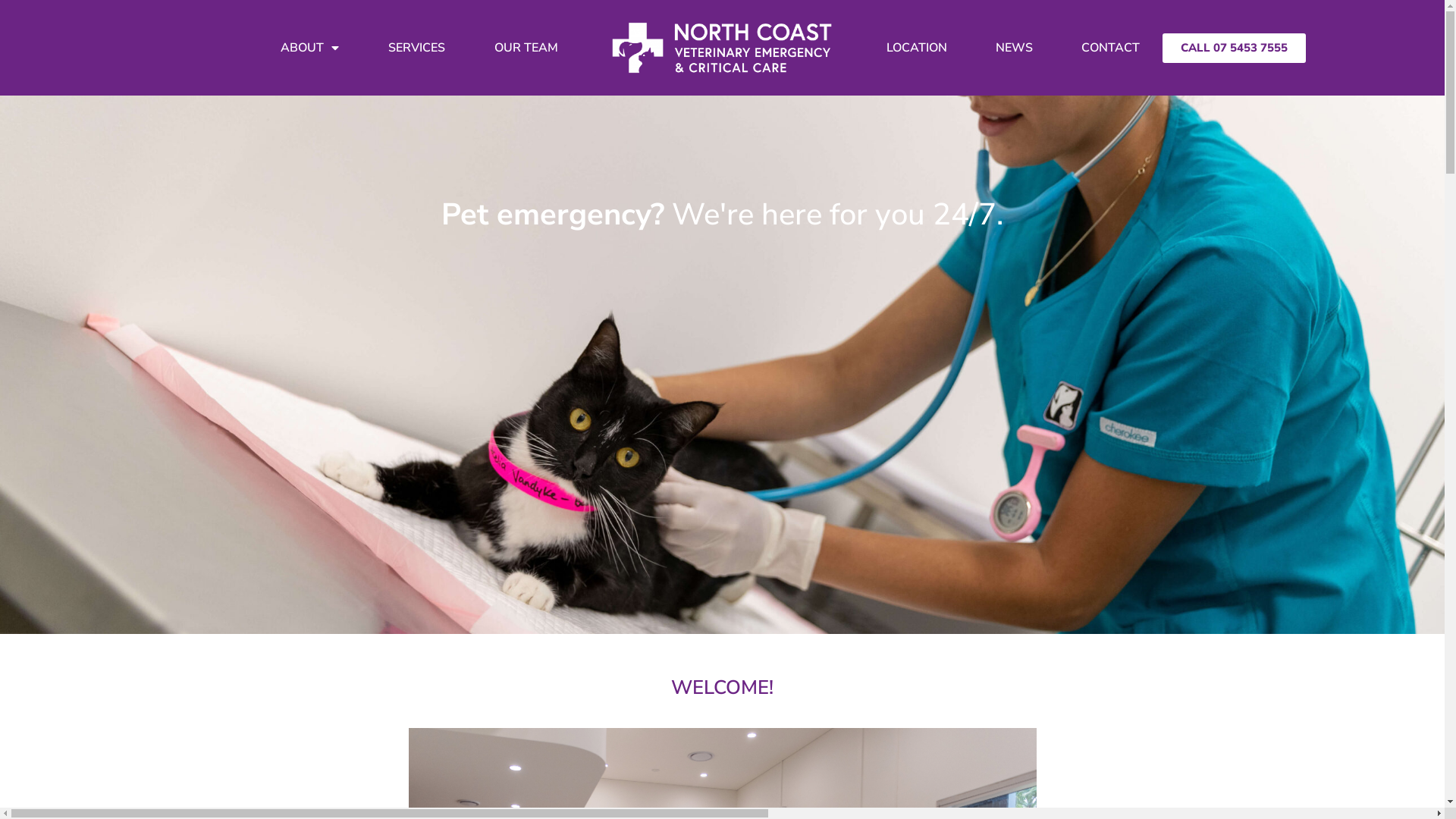 The height and width of the screenshot is (819, 1456). I want to click on 'CALL 07 5453 7555', so click(1234, 47).